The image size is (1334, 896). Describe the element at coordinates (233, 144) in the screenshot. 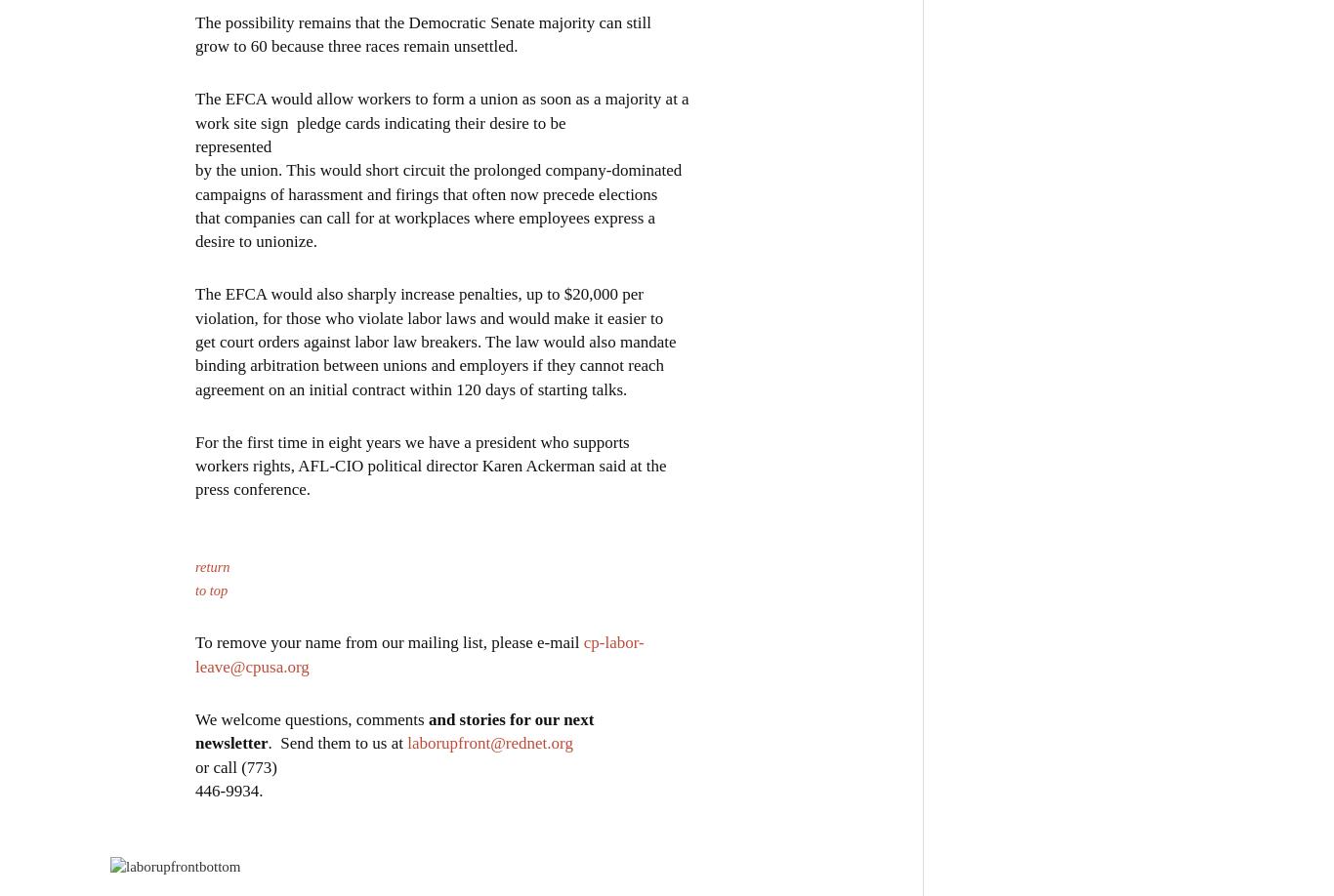

I see `'represented'` at that location.